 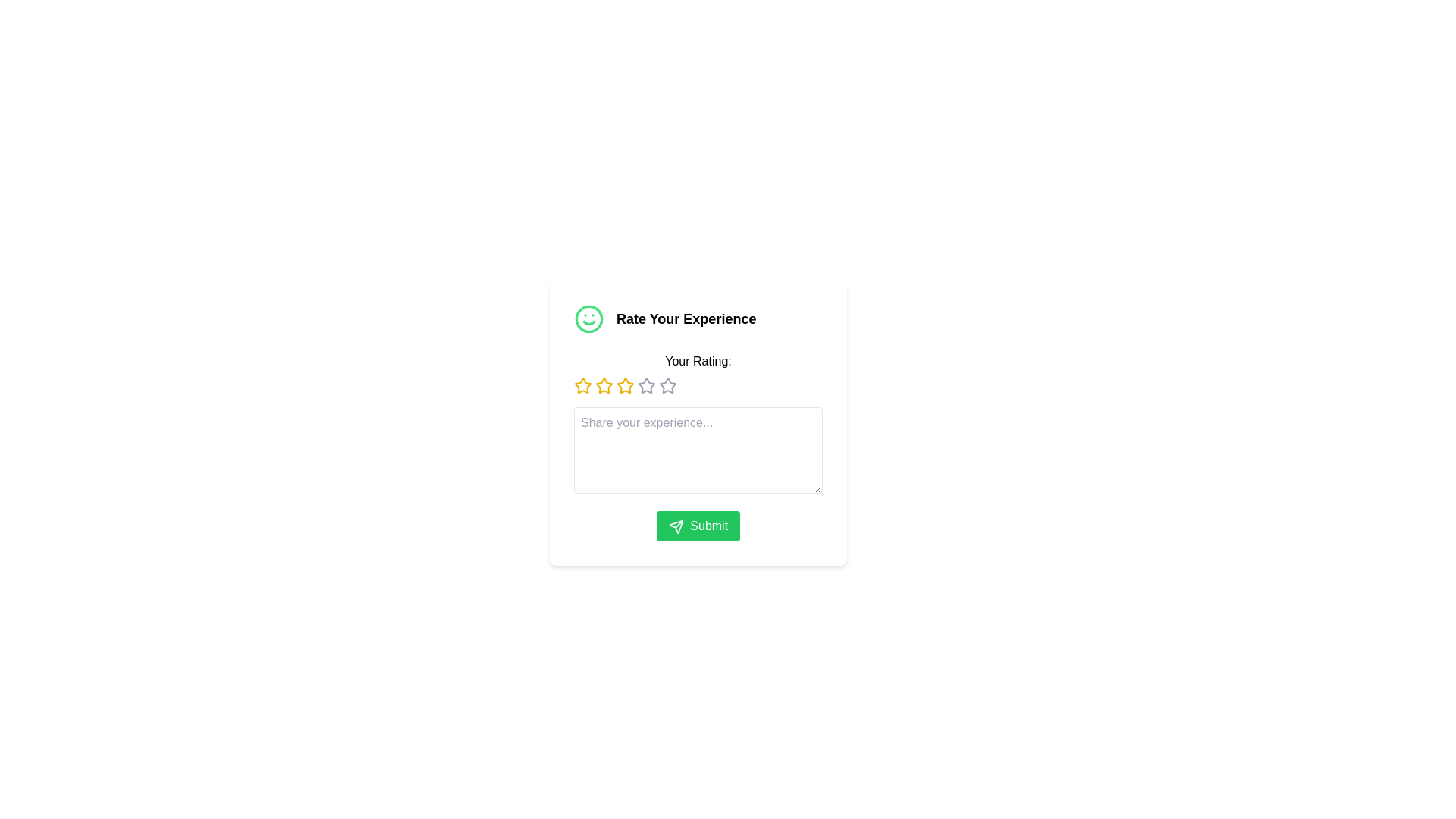 What do you see at coordinates (675, 526) in the screenshot?
I see `the green triangular 'Send' icon within the 'Submit' button located at the bottom center of the interface` at bounding box center [675, 526].